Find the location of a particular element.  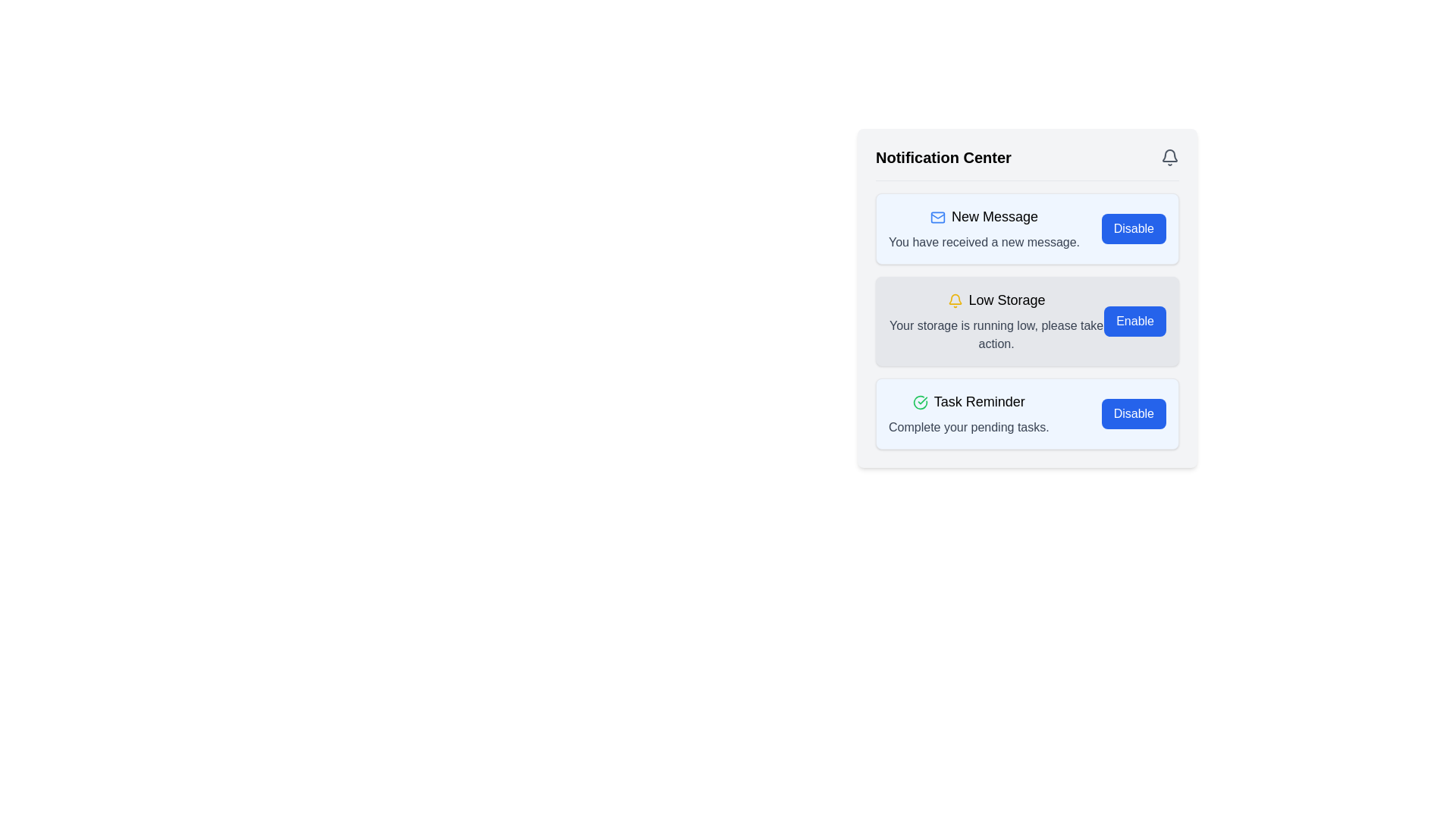

the heading element that serves as the title and visual identifier for the notification panel, located at the top of the panel is located at coordinates (1027, 164).